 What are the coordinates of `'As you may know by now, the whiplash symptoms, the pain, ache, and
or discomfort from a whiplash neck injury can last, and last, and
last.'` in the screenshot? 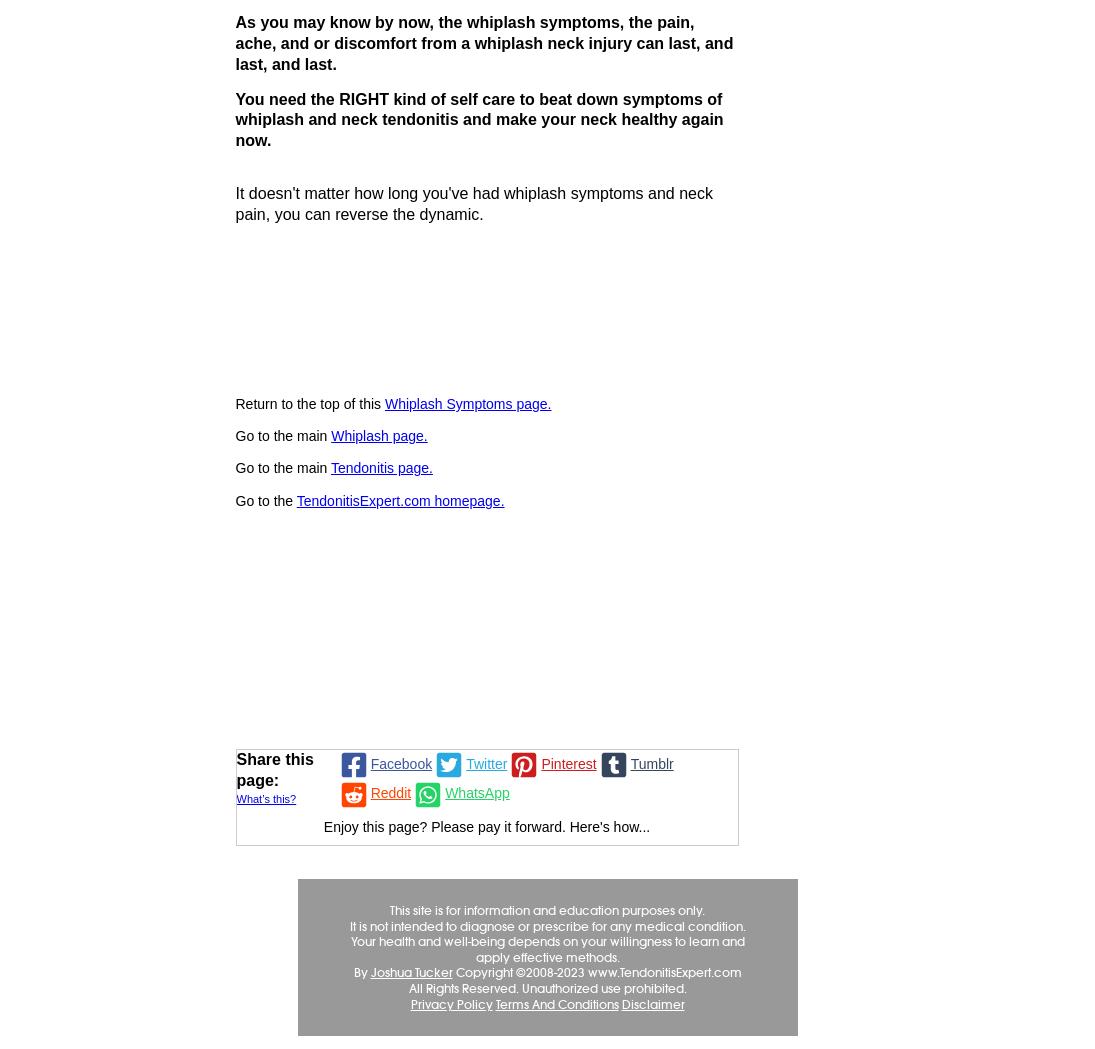 It's located at (482, 43).